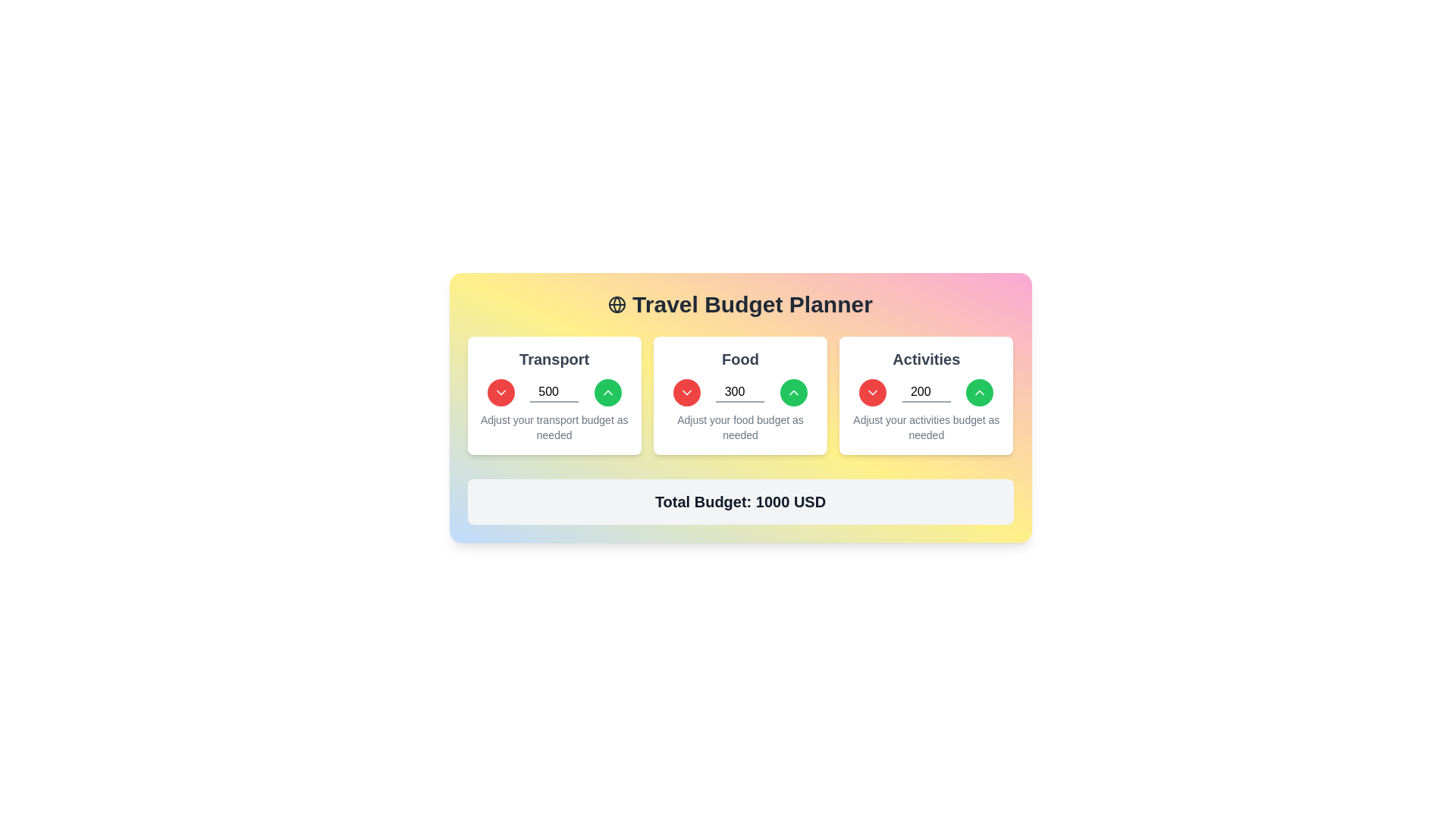  I want to click on the Text Label providing a descriptive hint for the 'Activities' budget adjustment module, located at the bottom of the 'Activities' card, directly below the numerical input field, so click(925, 427).